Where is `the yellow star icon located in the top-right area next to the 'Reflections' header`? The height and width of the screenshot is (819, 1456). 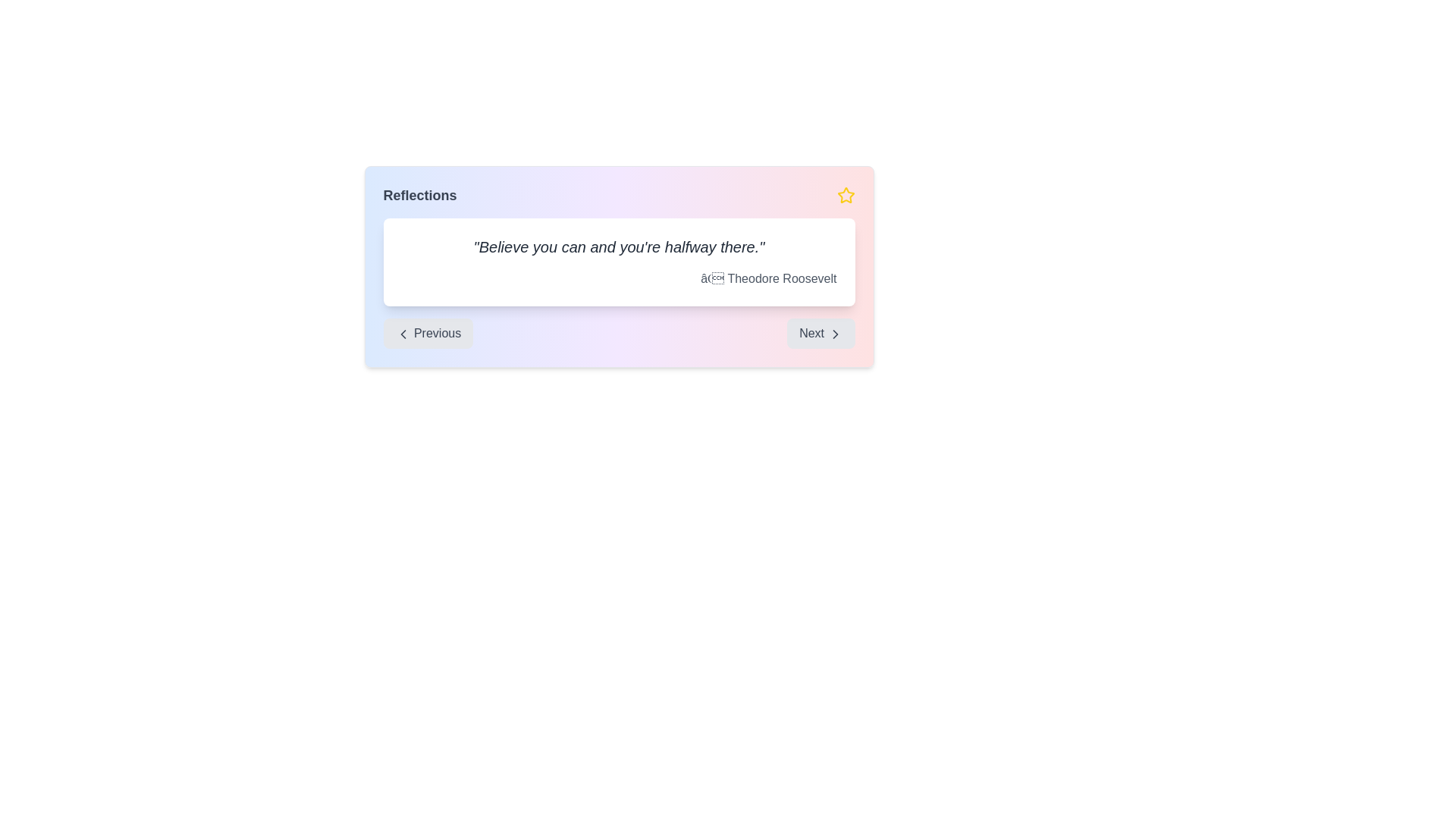
the yellow star icon located in the top-right area next to the 'Reflections' header is located at coordinates (845, 195).